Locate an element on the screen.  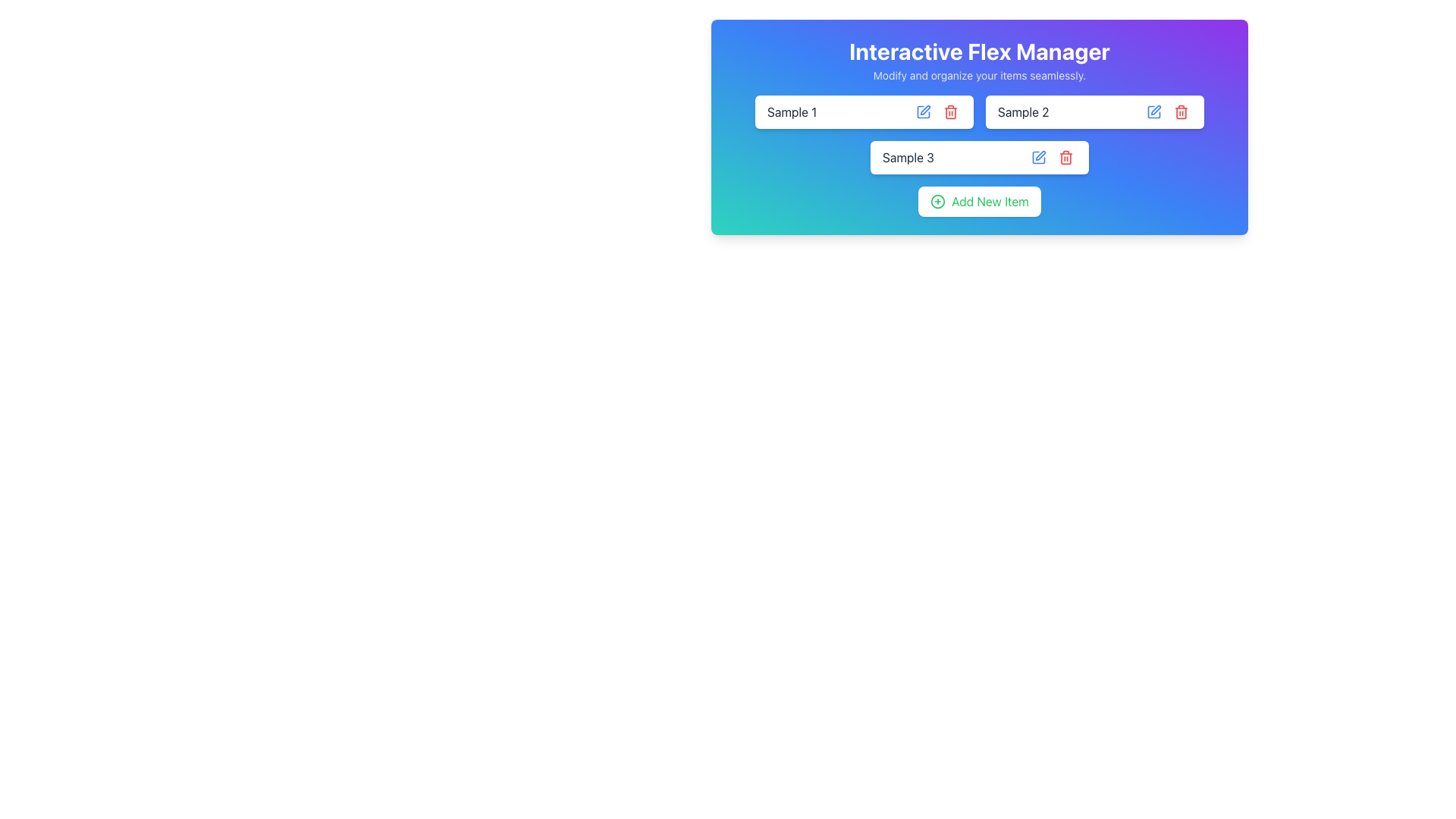
the delete icon button located at the rightmost position in the row associated with the item labeled 'Sample 3' is located at coordinates (1065, 158).